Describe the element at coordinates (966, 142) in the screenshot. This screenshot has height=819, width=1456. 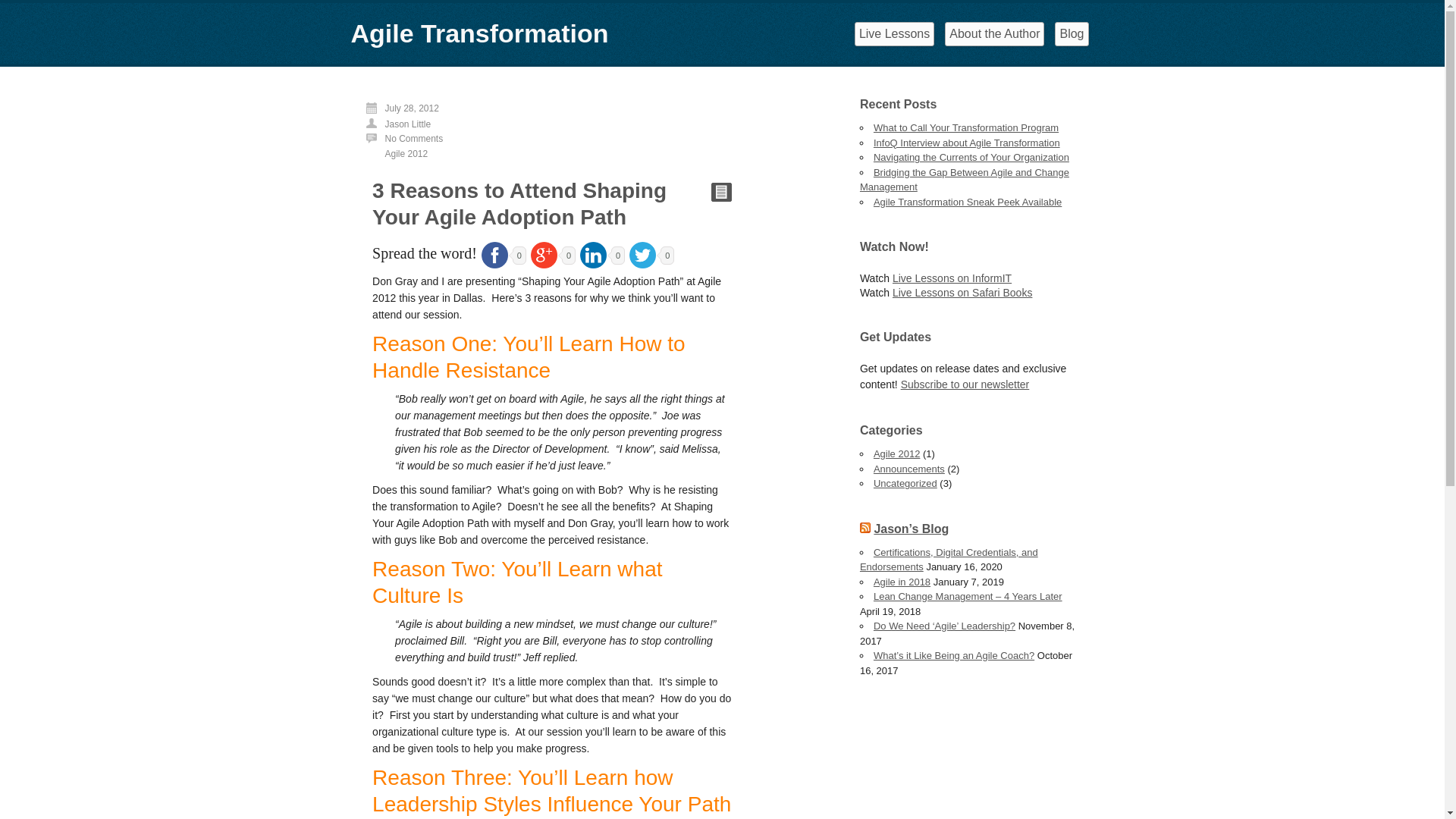
I see `'InfoQ Interview about Agile Transformation'` at that location.